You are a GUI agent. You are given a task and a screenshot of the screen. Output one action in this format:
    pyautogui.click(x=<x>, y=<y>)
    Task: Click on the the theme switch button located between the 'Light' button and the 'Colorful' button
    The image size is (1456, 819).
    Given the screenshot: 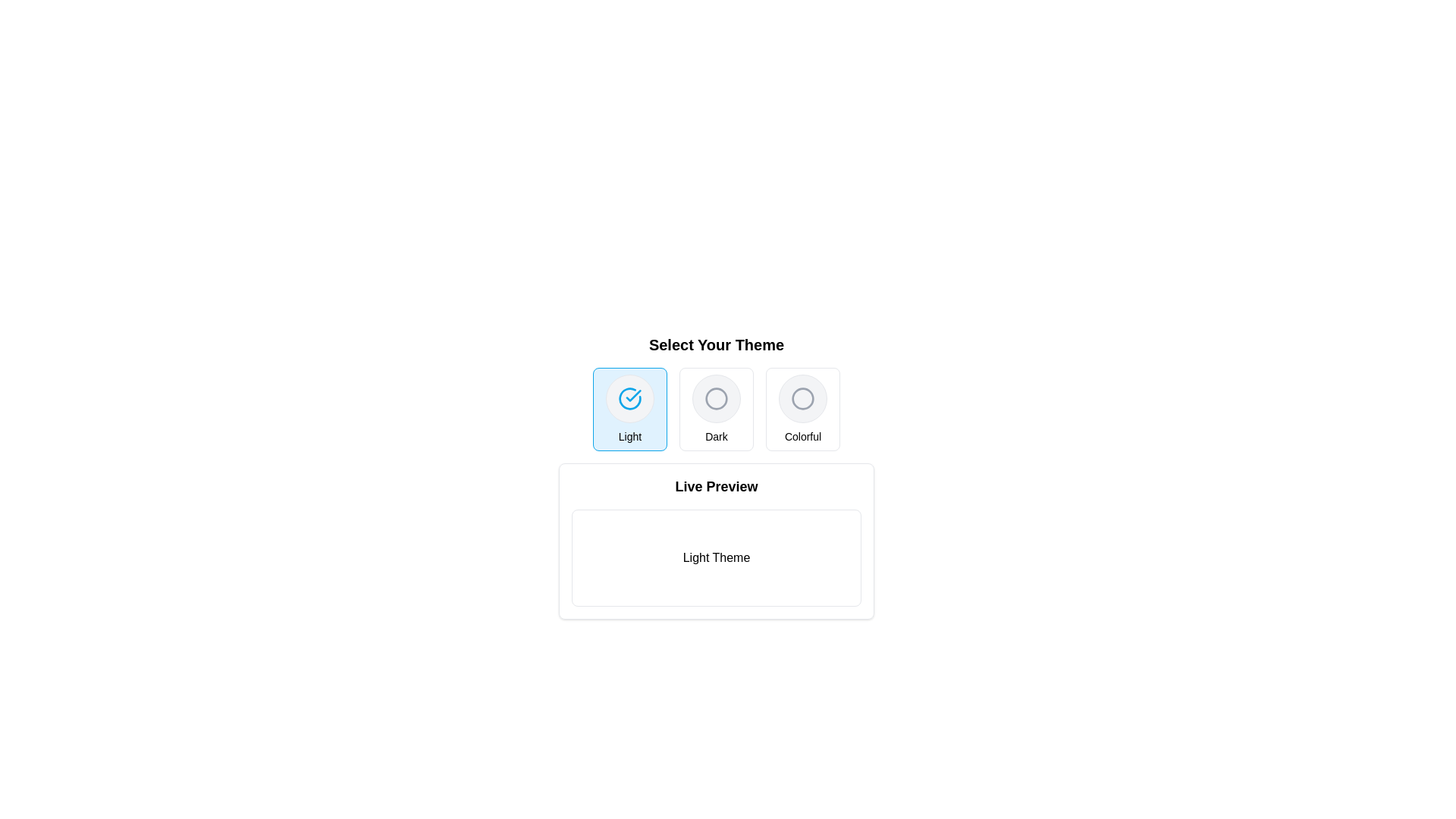 What is the action you would take?
    pyautogui.click(x=716, y=409)
    